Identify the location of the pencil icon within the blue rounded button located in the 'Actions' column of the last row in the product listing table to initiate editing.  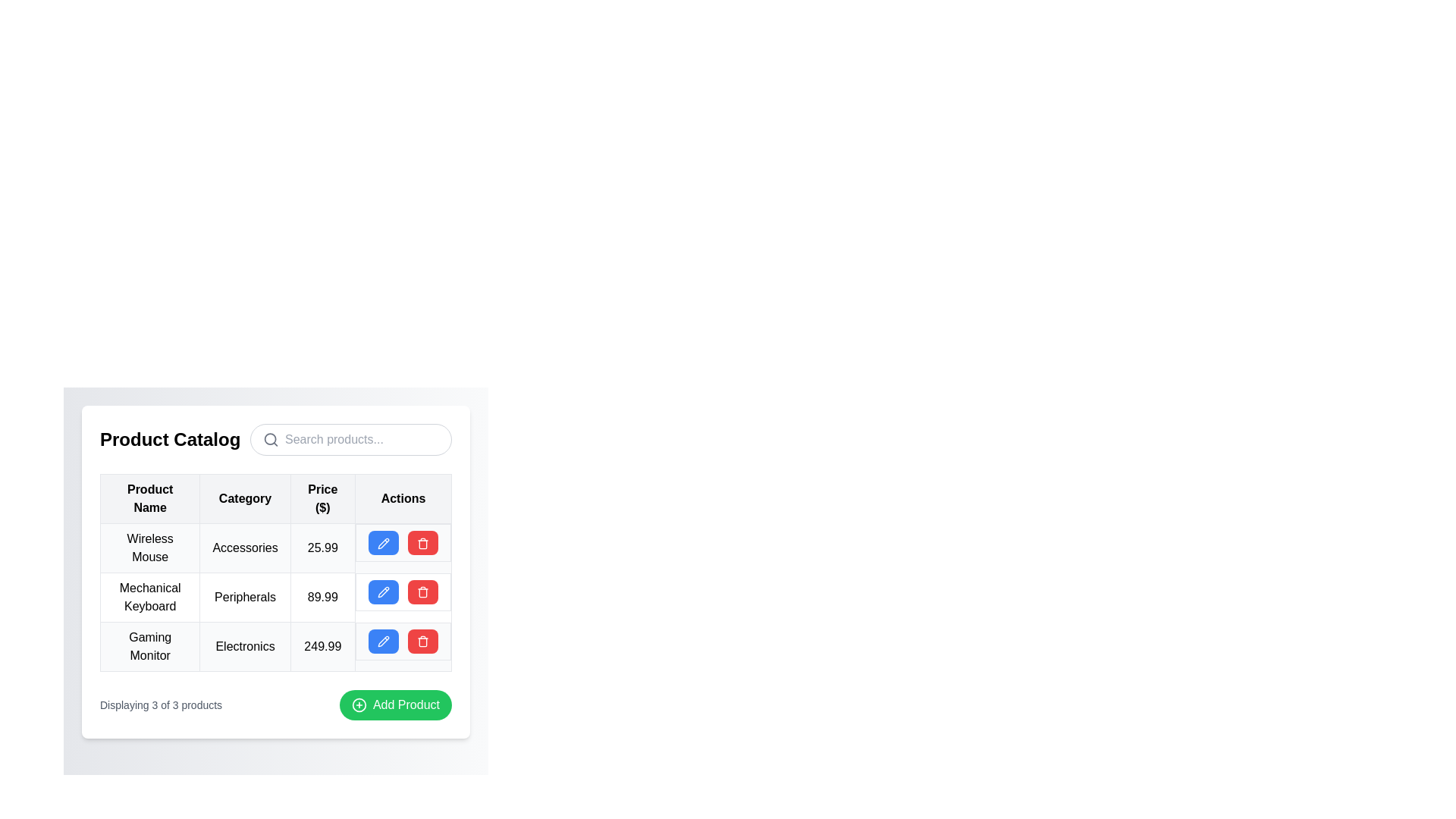
(383, 642).